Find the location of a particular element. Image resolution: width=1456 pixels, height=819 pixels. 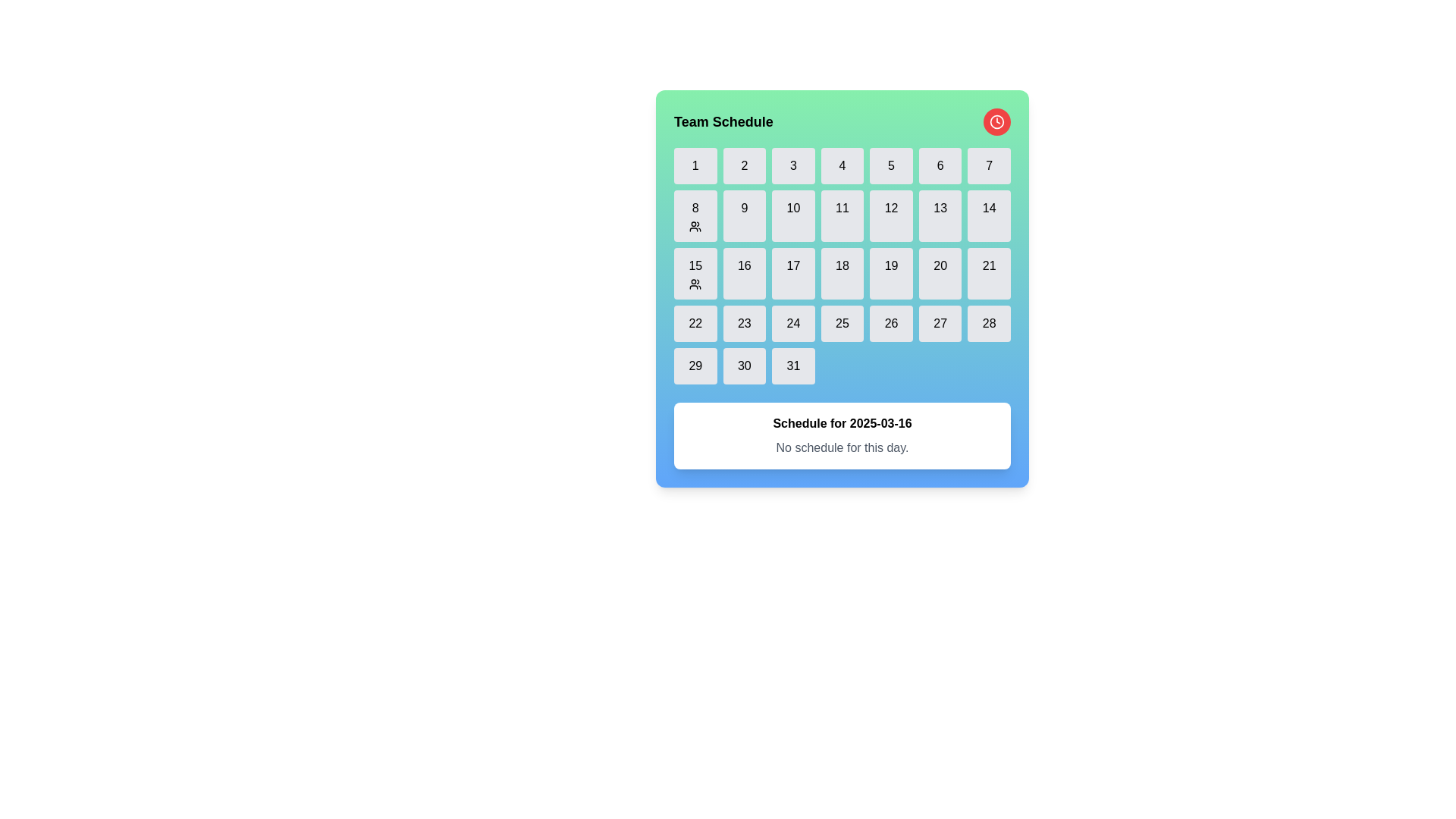

the date selection button located in the fourth row and seventh column of the calendar interface is located at coordinates (989, 216).